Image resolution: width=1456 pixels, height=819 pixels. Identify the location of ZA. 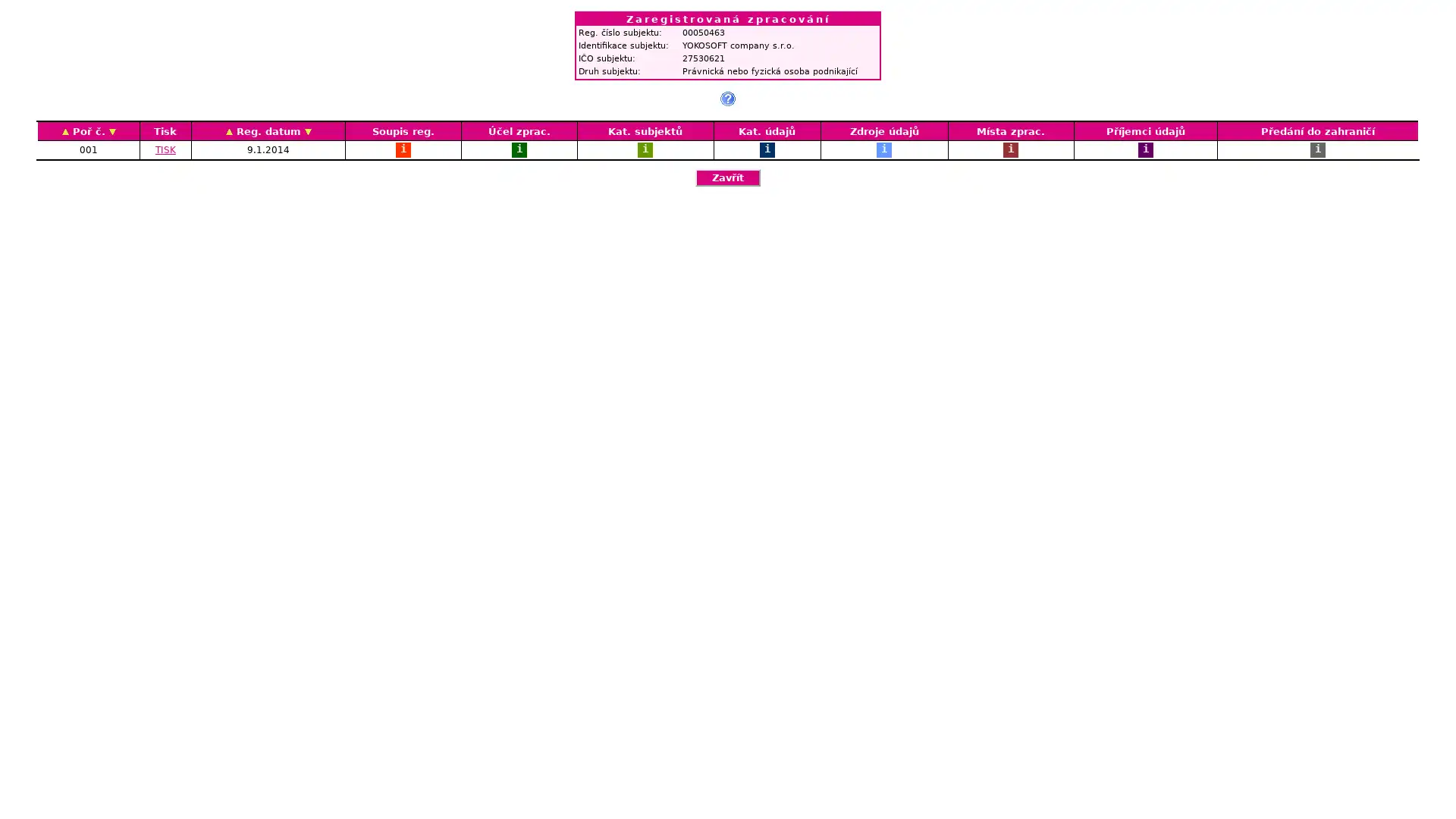
(306, 130).